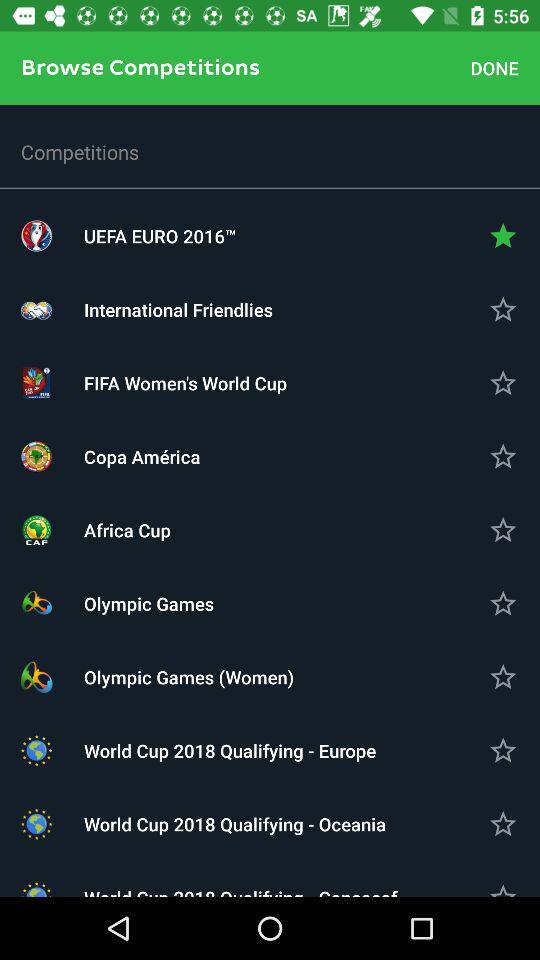 The image size is (540, 960). Describe the element at coordinates (270, 456) in the screenshot. I see `icon above africa cup icon` at that location.